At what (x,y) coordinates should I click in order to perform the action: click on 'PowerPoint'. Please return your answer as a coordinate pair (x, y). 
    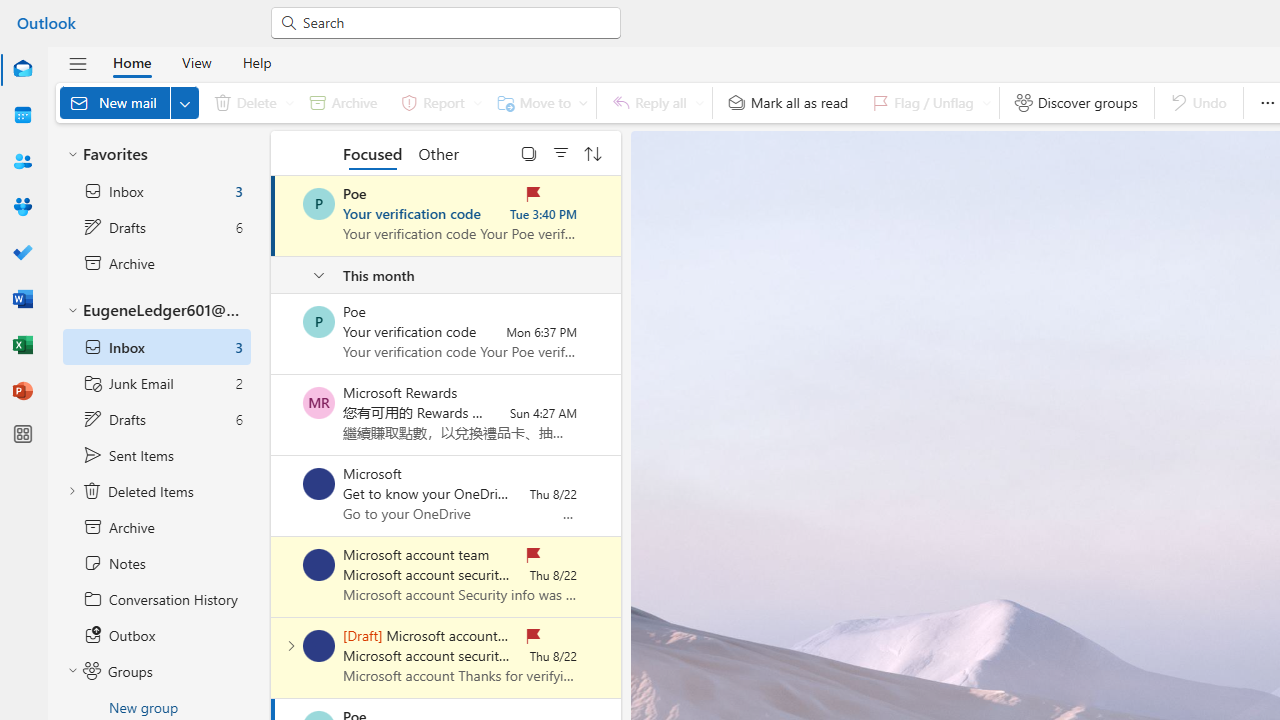
    Looking at the image, I should click on (23, 392).